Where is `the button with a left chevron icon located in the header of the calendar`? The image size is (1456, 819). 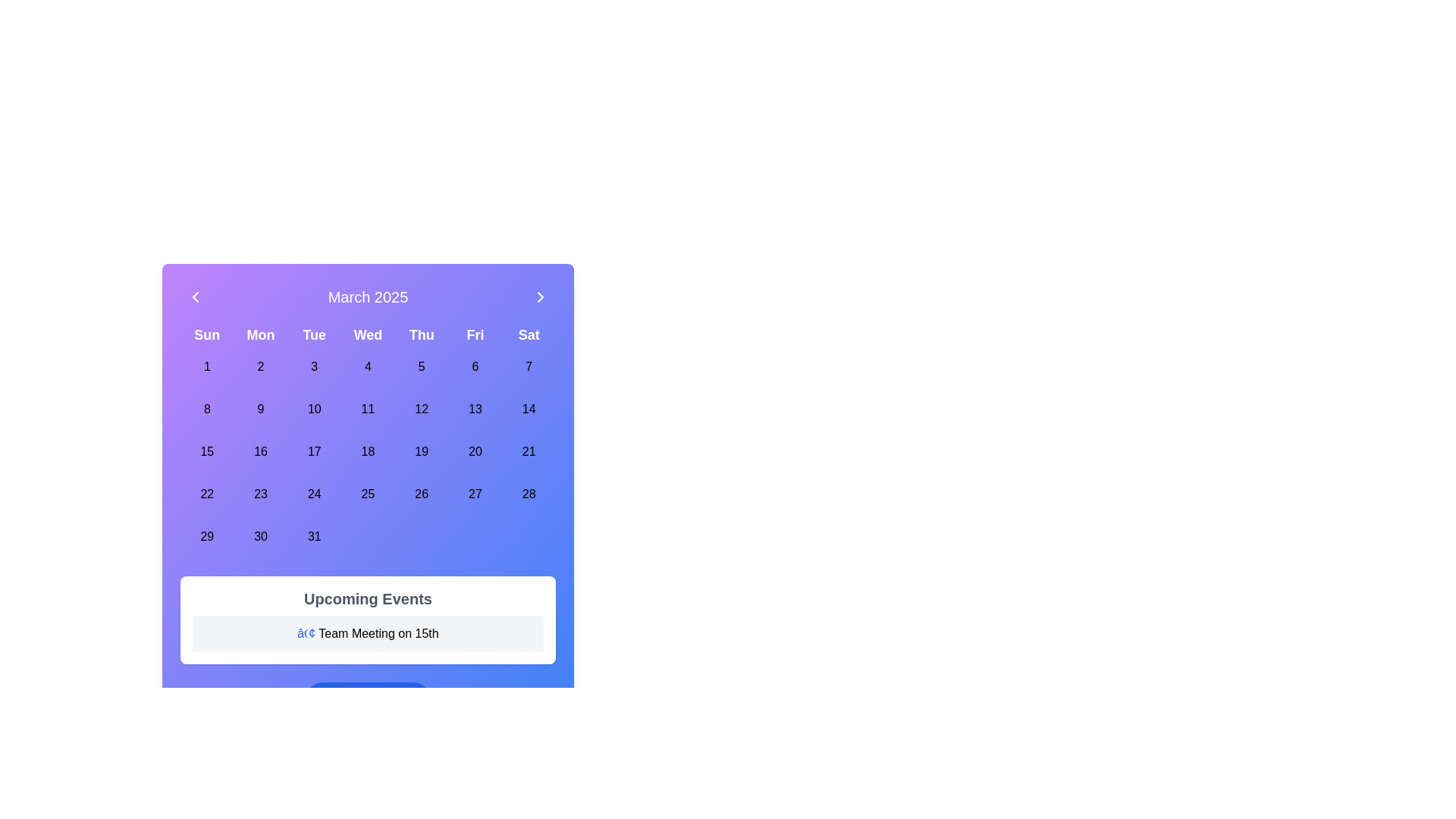 the button with a left chevron icon located in the header of the calendar is located at coordinates (195, 297).